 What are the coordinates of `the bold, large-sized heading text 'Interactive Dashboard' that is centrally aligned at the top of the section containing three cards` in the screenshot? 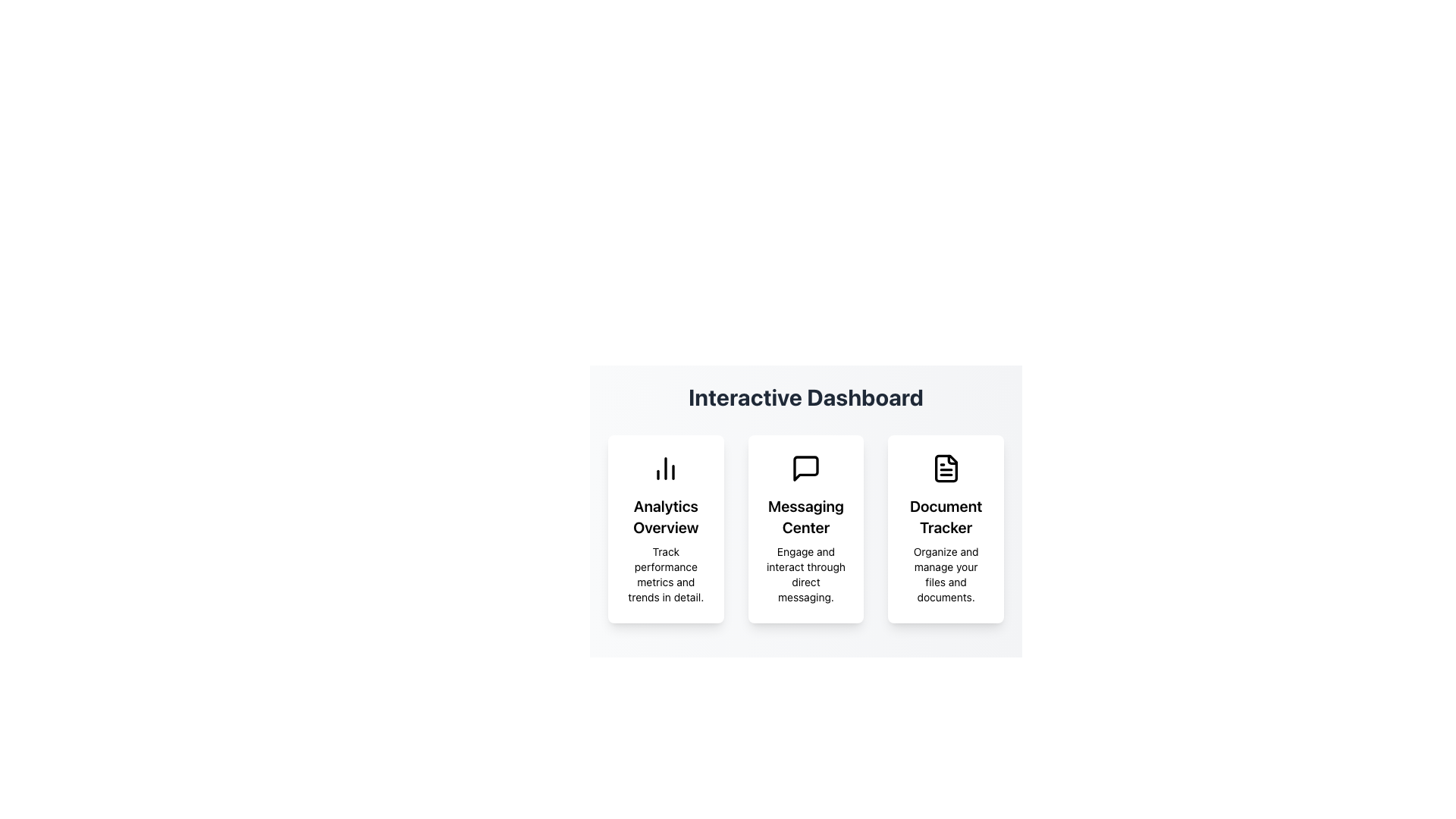 It's located at (805, 397).